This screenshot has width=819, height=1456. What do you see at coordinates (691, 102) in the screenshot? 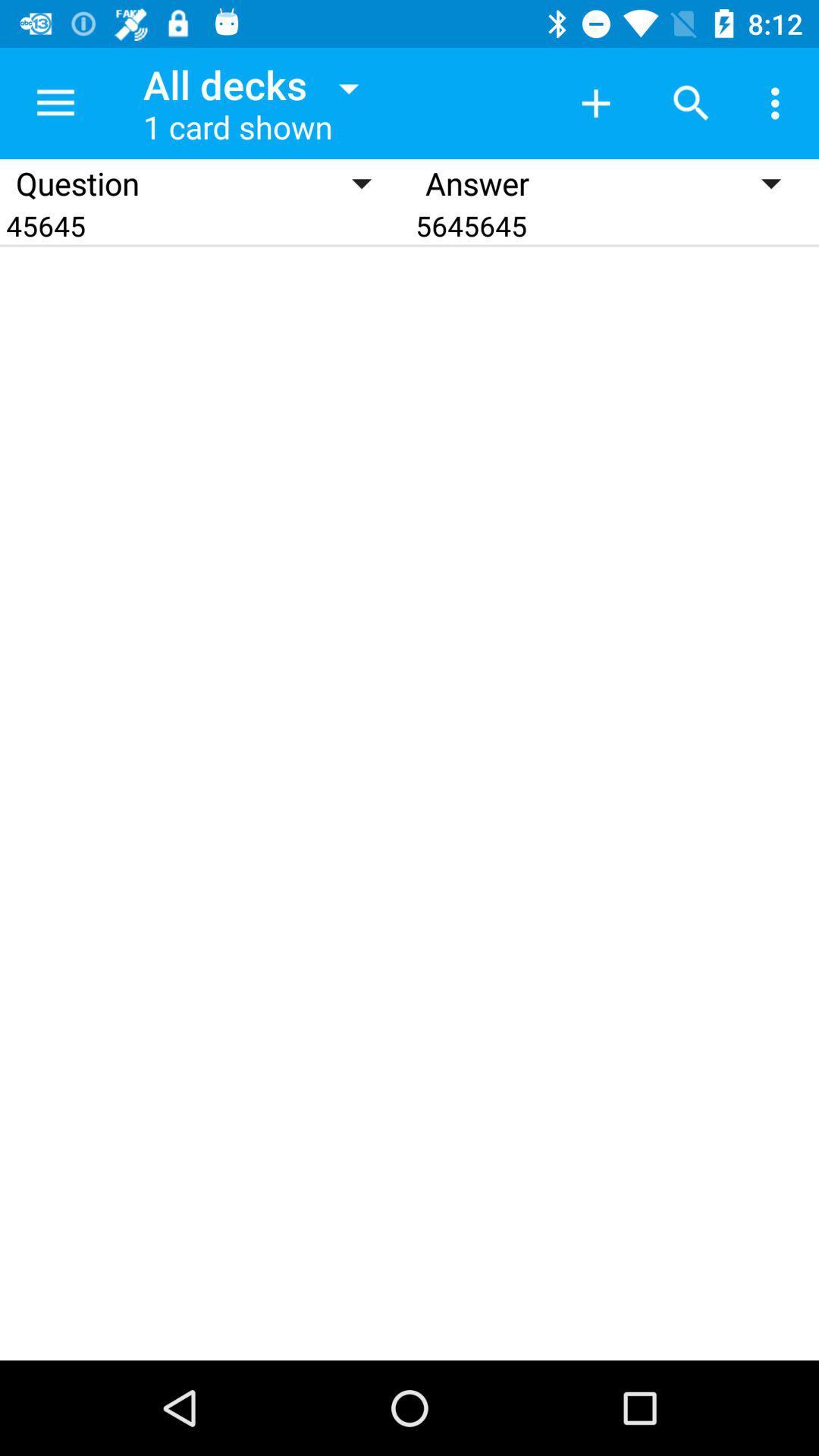
I see `the icon above the answer icon` at bounding box center [691, 102].